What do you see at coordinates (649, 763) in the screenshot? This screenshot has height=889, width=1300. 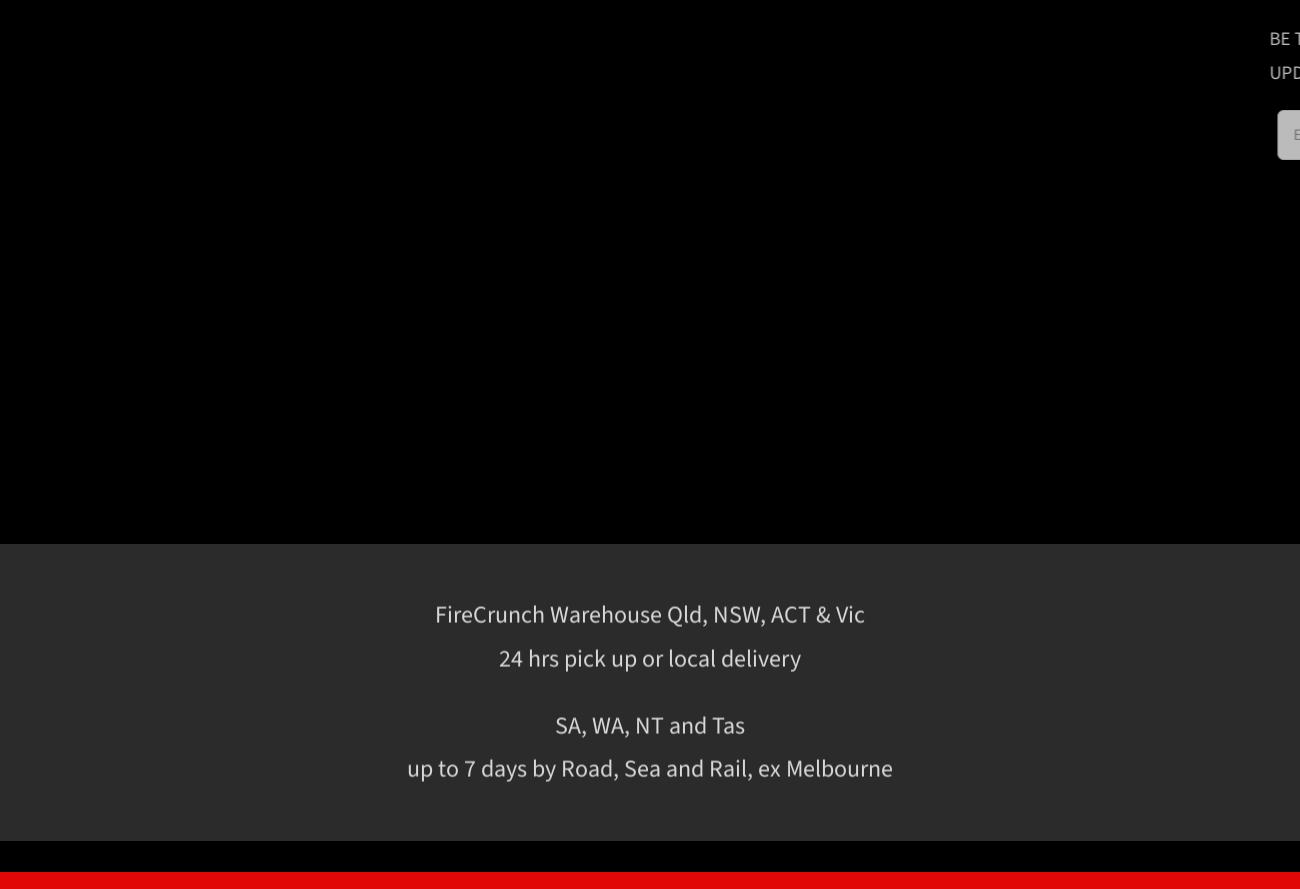 I see `'Impact Resistance'` at bounding box center [649, 763].